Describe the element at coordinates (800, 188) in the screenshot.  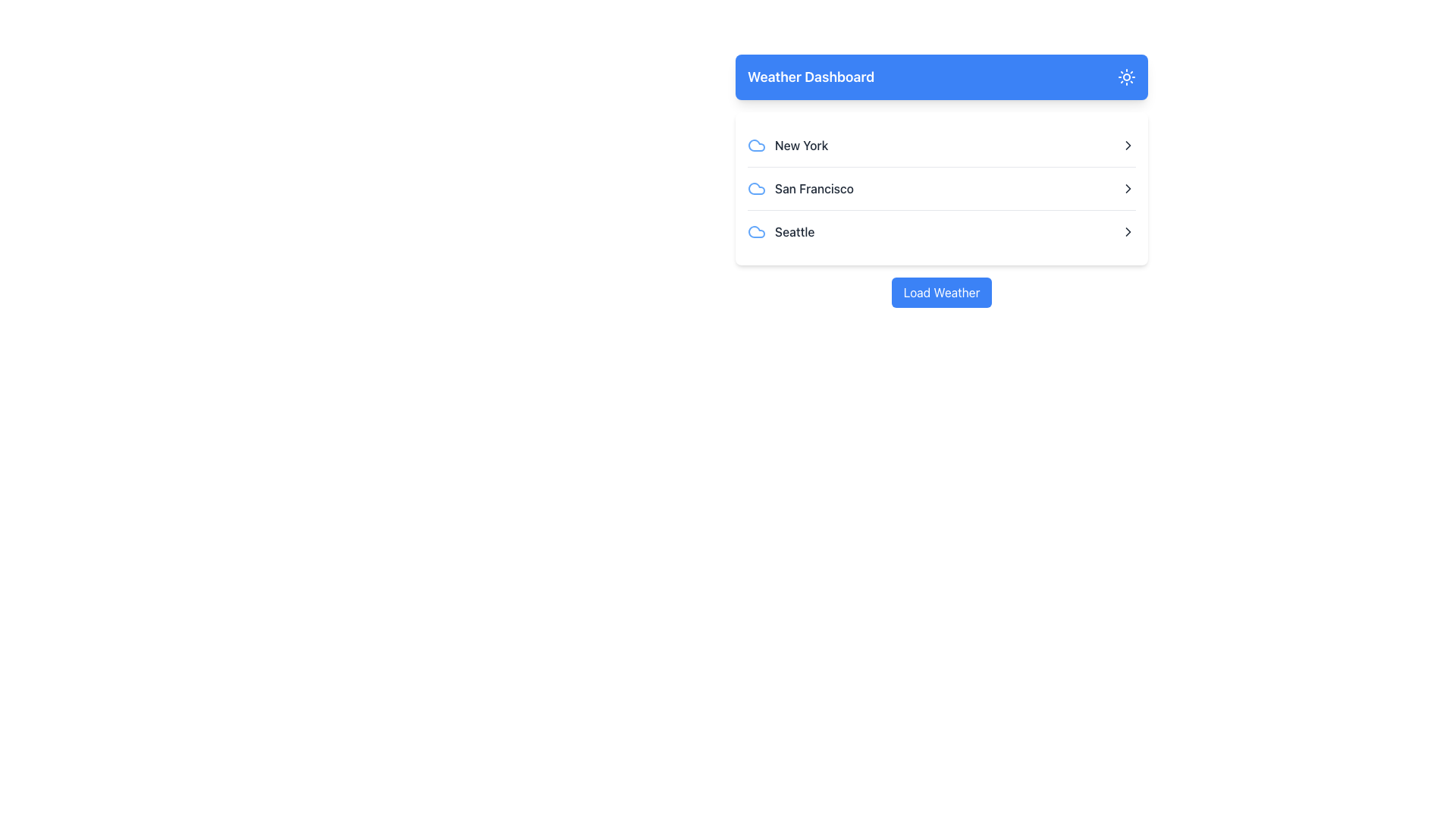
I see `the 'San Francisco' text label with a blue cloud icon` at that location.